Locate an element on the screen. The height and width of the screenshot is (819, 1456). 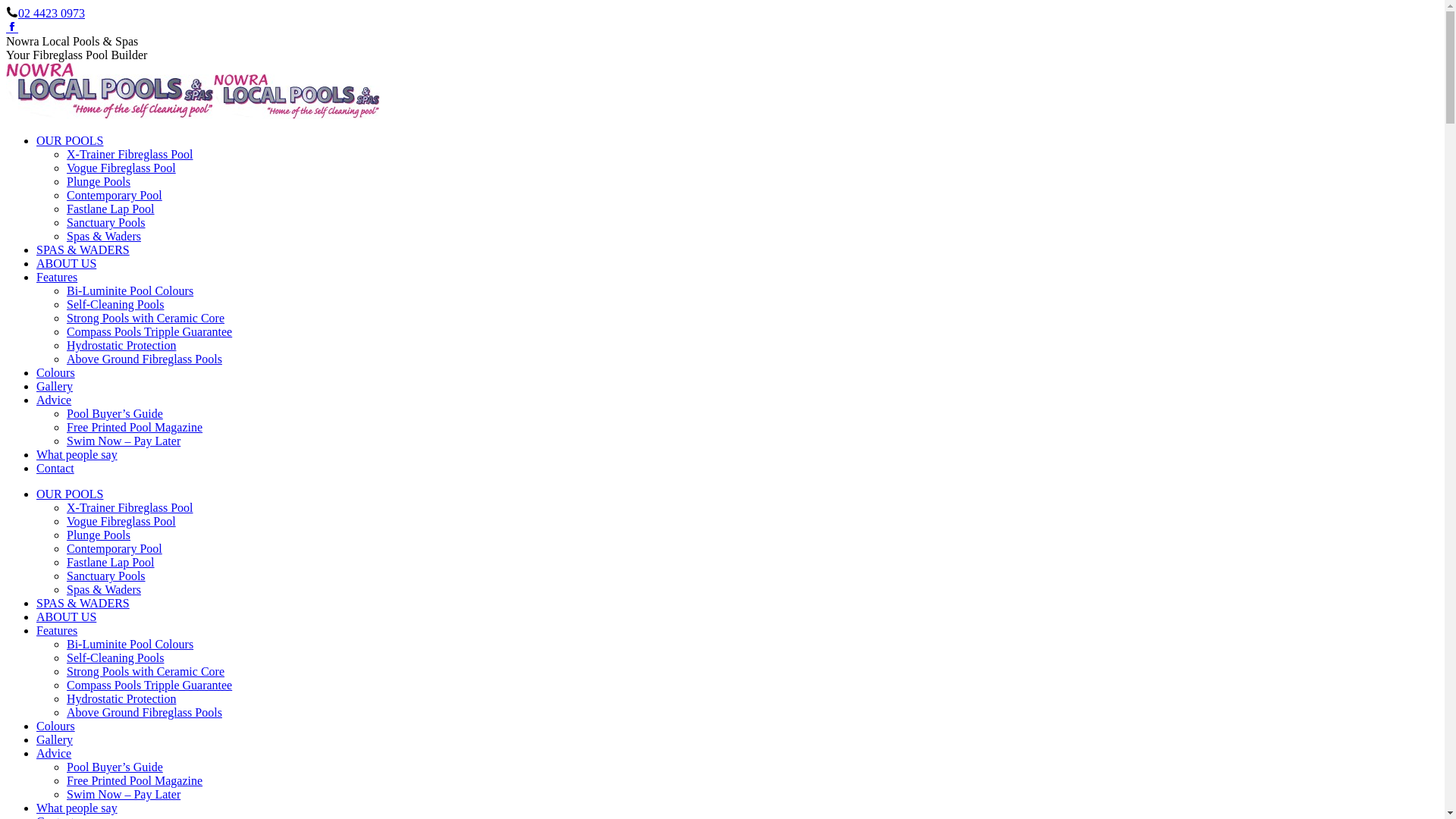
'Hydrostatic Protection' is located at coordinates (65, 698).